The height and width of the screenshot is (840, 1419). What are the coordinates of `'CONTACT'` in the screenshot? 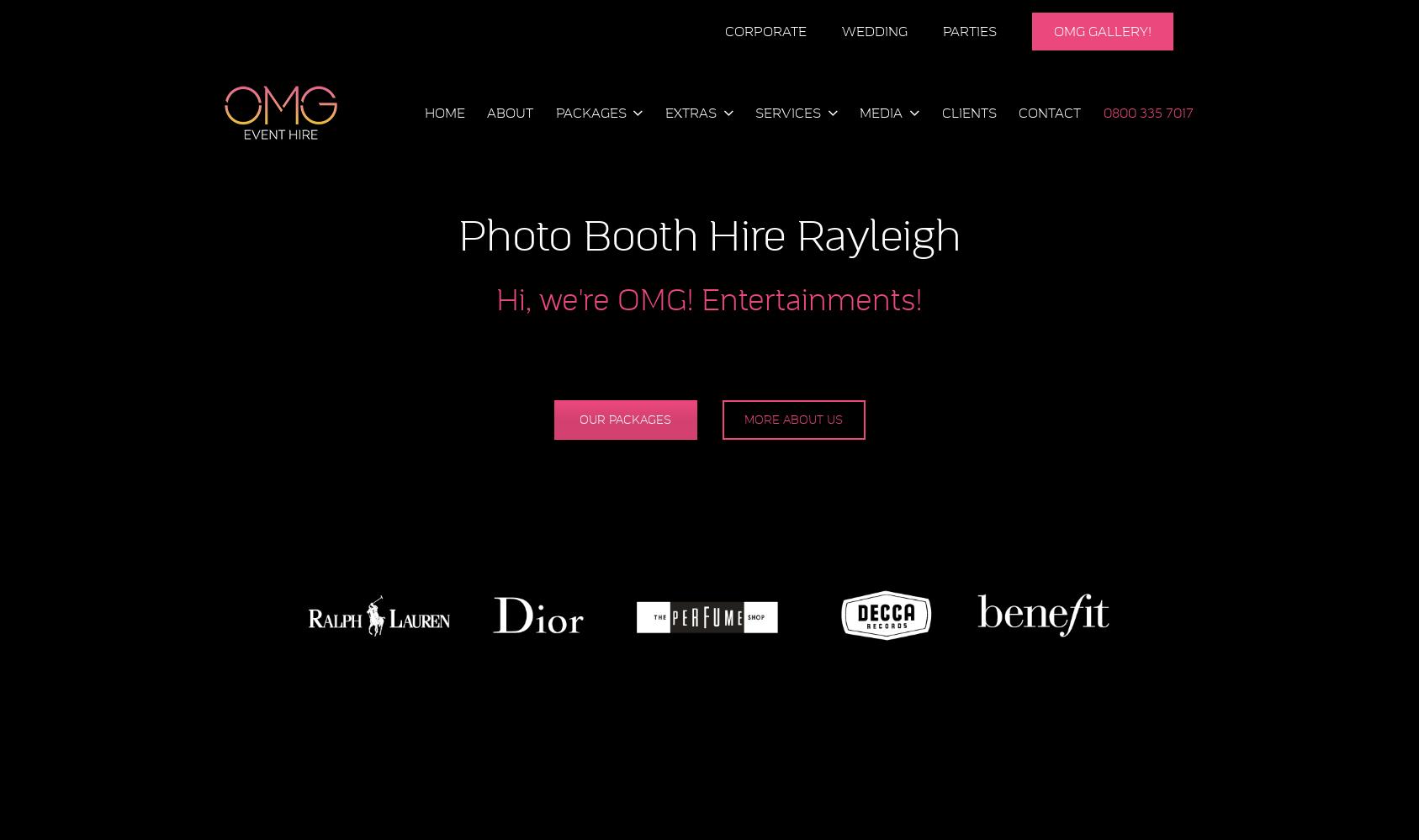 It's located at (1049, 112).